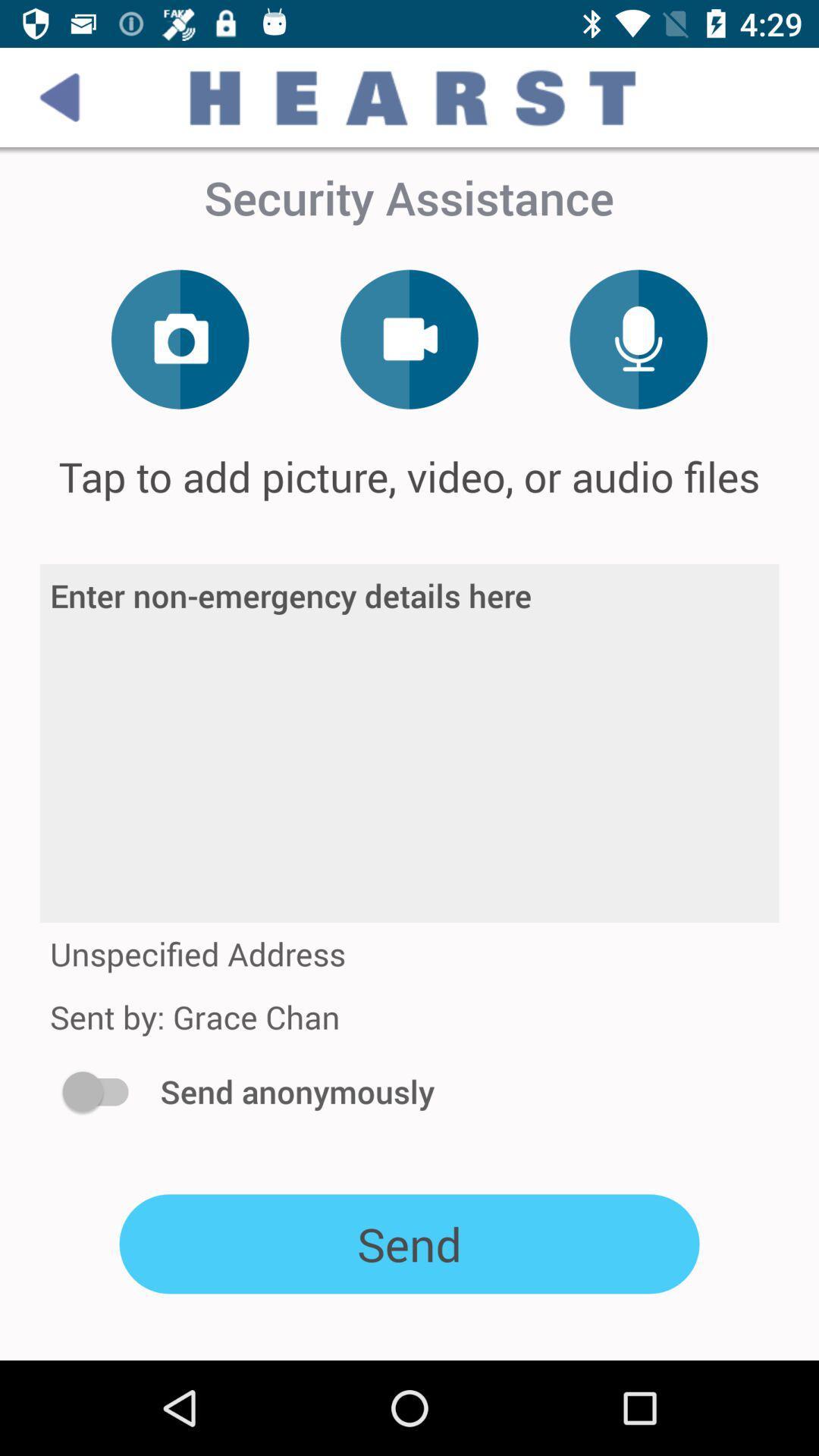 The image size is (819, 1456). What do you see at coordinates (409, 743) in the screenshot?
I see `the item below the tap to add` at bounding box center [409, 743].